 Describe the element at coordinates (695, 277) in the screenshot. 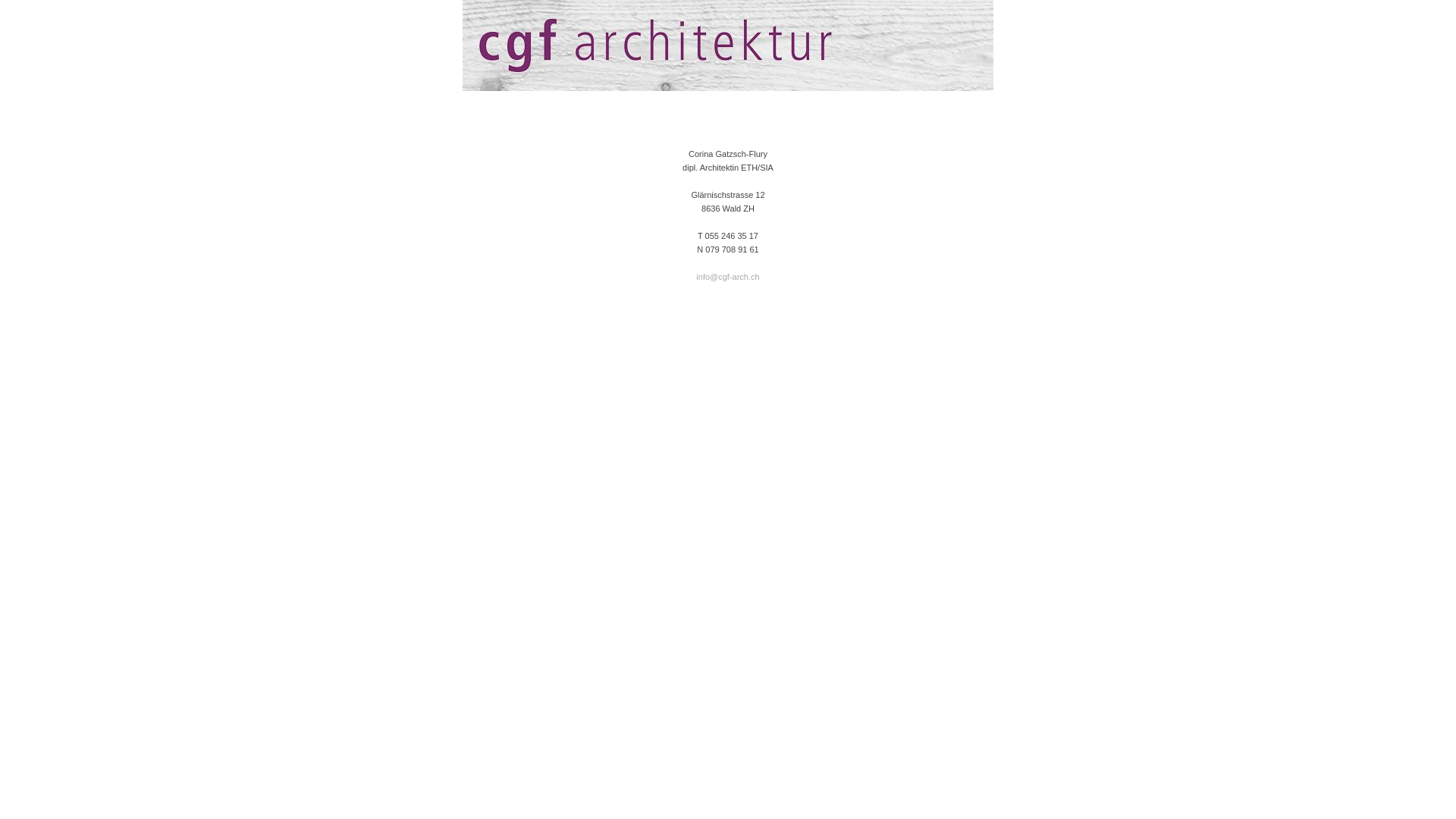

I see `'info@cgf-arch.ch'` at that location.